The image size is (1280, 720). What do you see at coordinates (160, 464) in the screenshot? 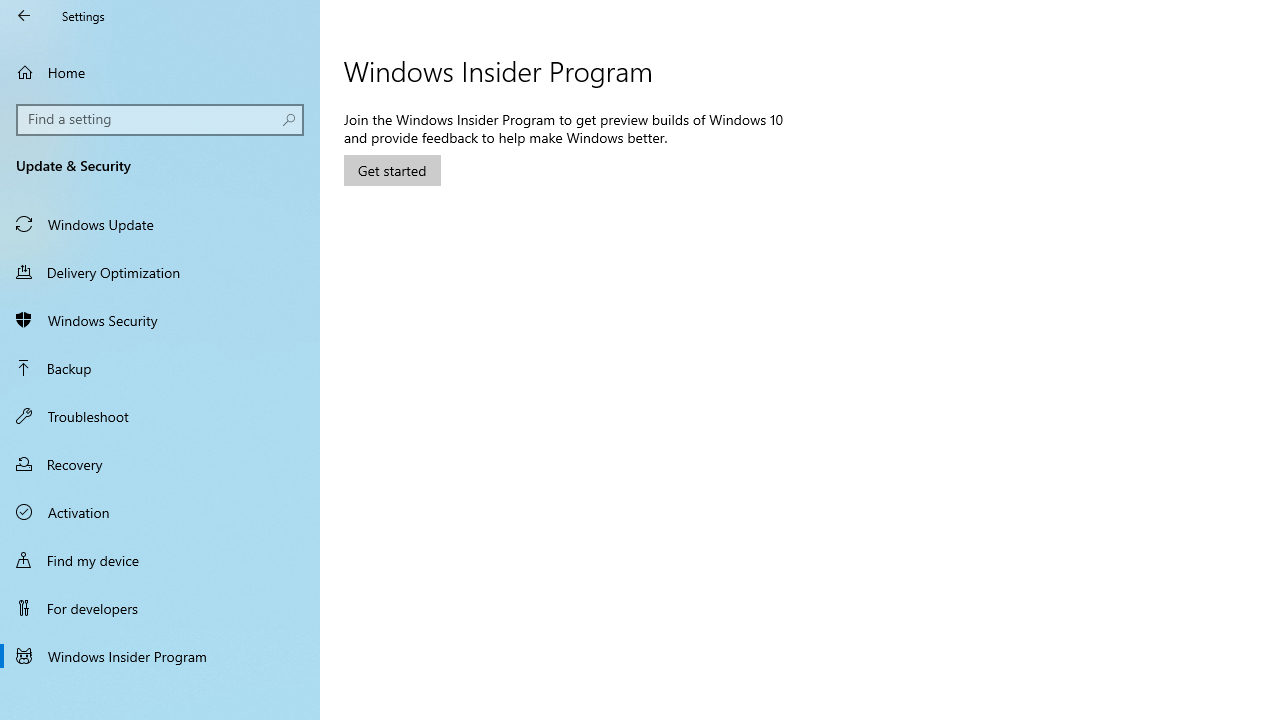
I see `'Recovery'` at bounding box center [160, 464].